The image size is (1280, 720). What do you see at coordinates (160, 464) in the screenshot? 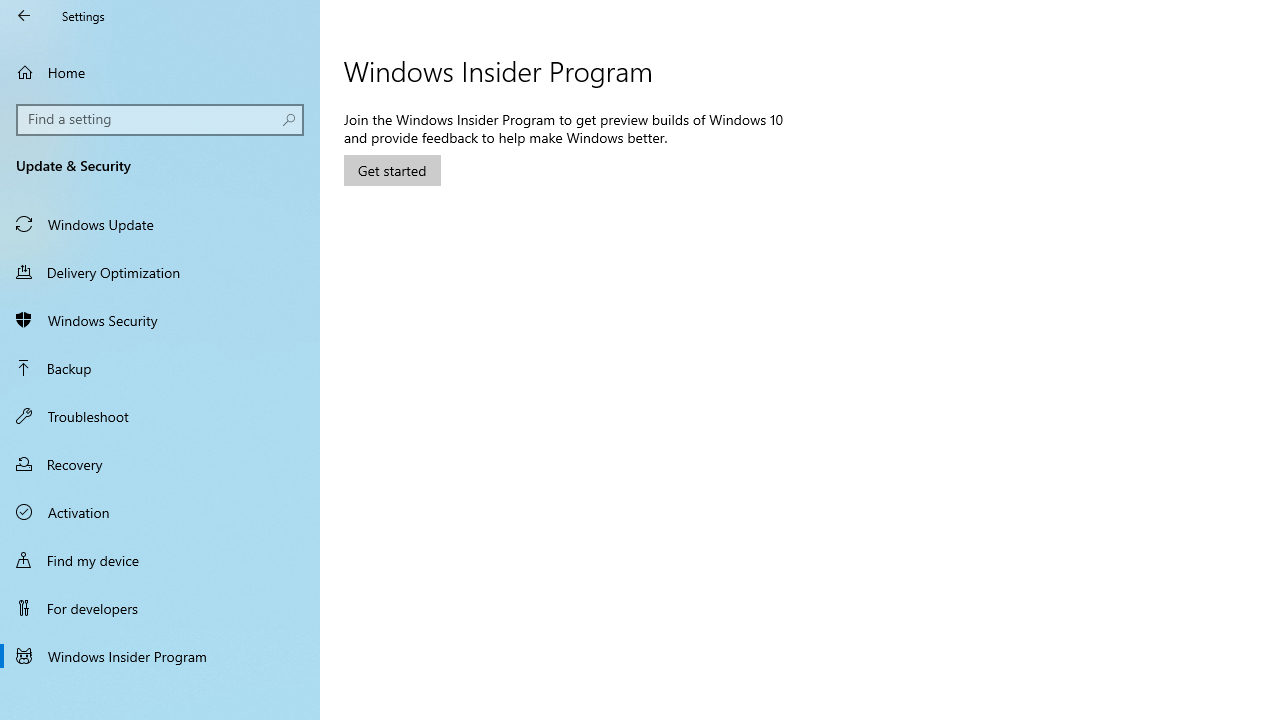
I see `'Recovery'` at bounding box center [160, 464].